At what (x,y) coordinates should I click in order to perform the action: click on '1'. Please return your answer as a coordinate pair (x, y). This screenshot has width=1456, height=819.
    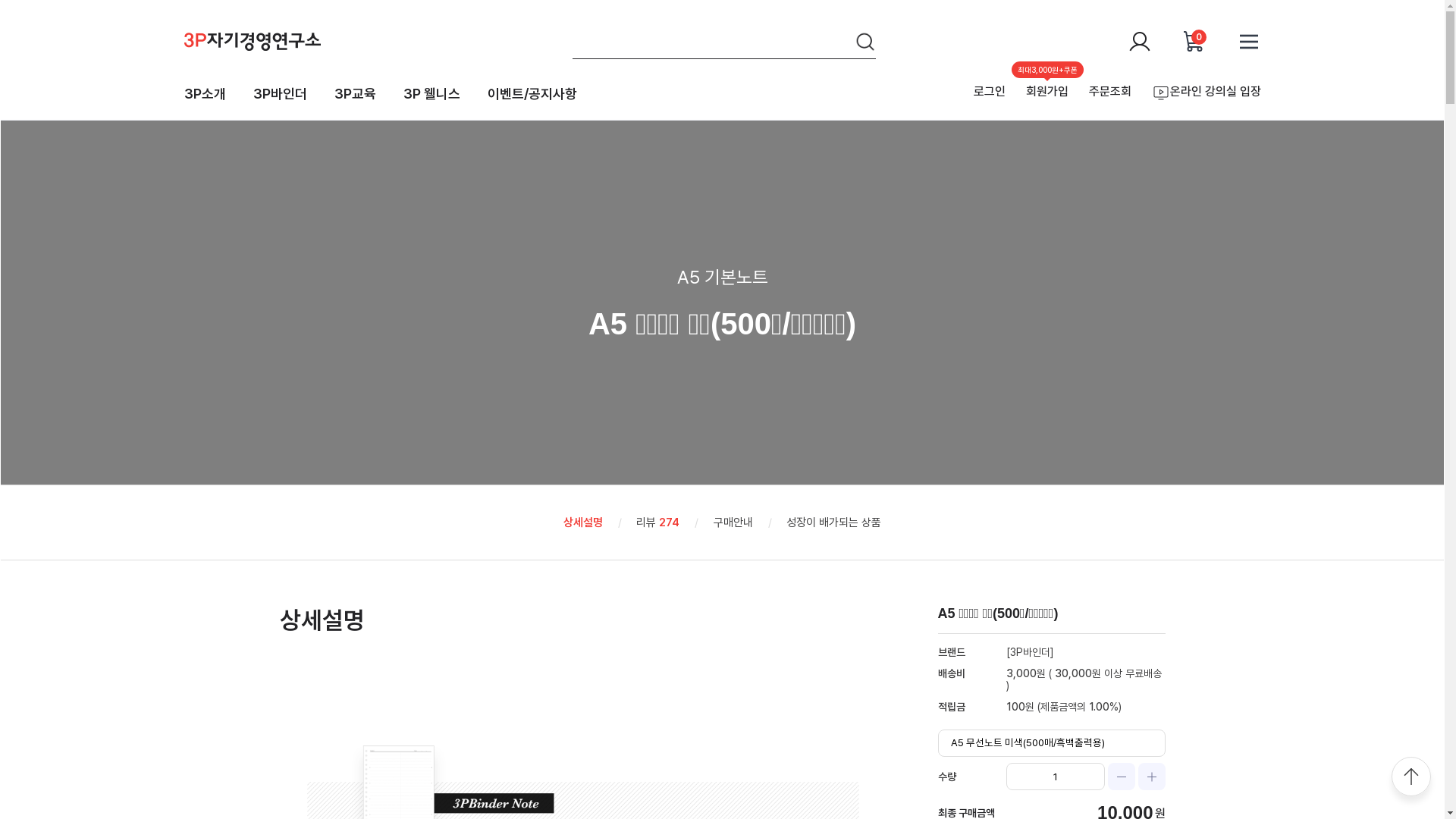
    Looking at the image, I should click on (1005, 776).